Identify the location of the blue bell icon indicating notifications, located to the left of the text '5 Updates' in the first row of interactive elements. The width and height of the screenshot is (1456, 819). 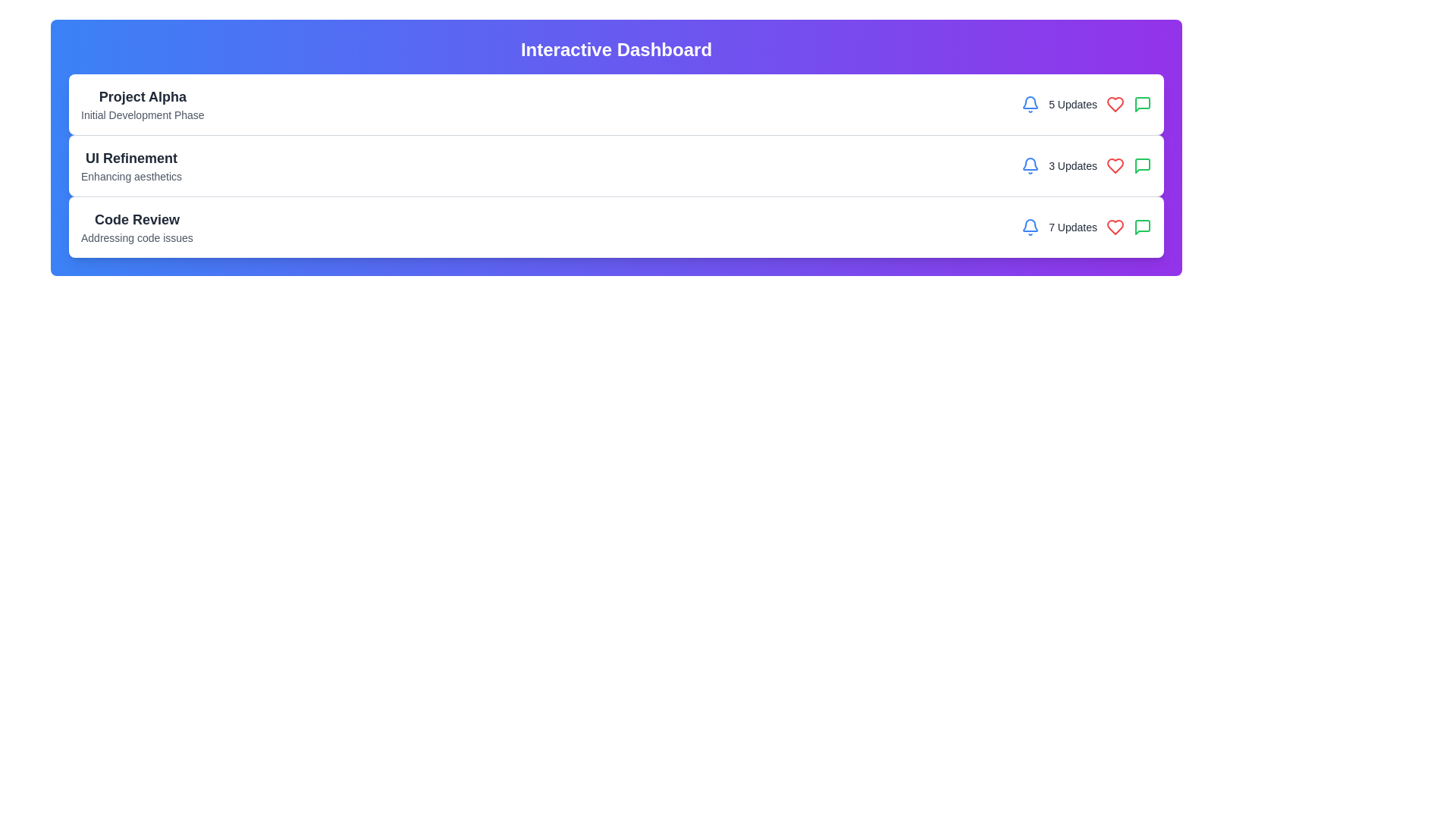
(1031, 104).